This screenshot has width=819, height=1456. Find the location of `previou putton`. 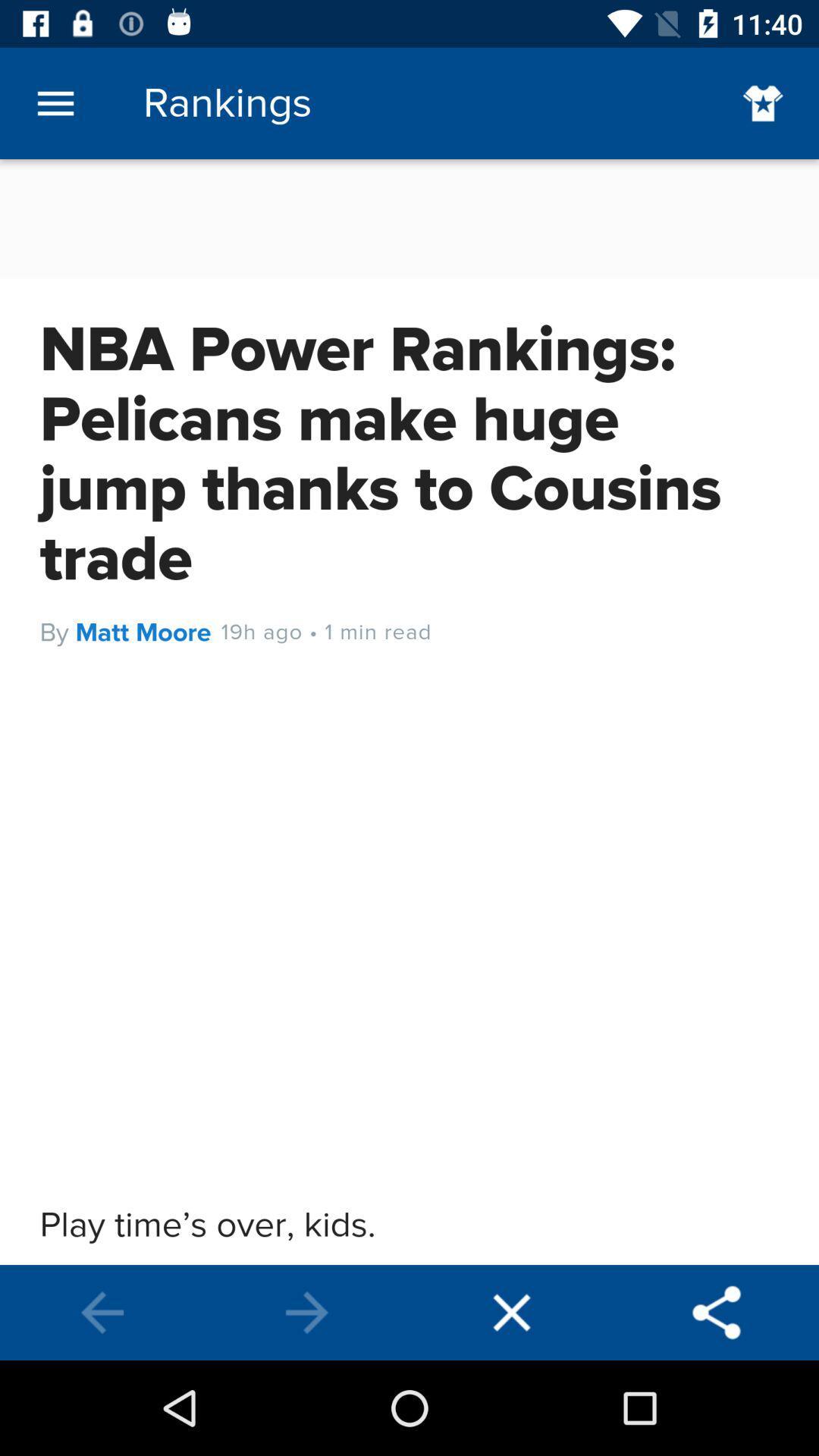

previou putton is located at coordinates (307, 1312).